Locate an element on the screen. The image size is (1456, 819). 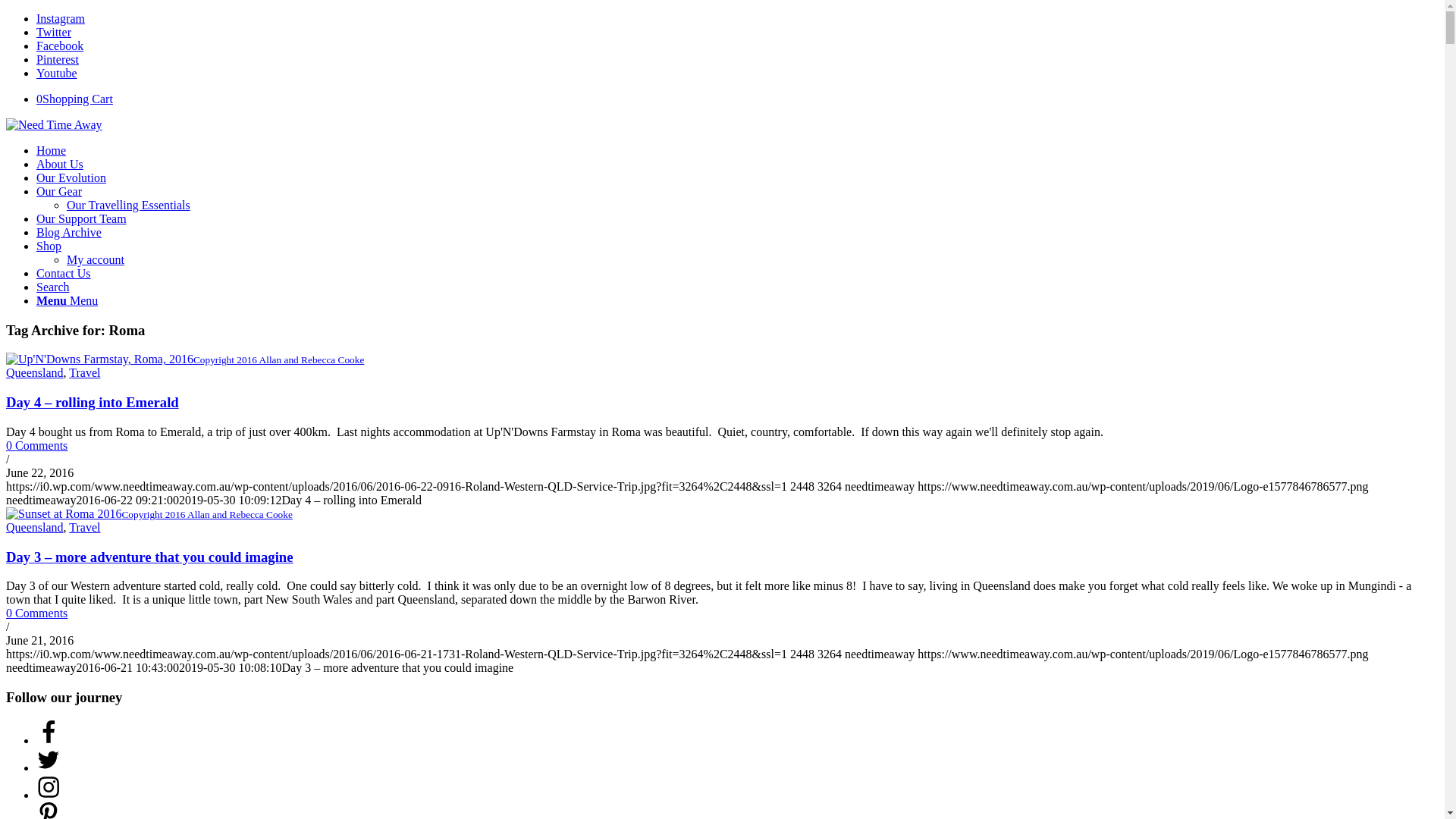
'Follow on Facebook' is located at coordinates (48, 739).